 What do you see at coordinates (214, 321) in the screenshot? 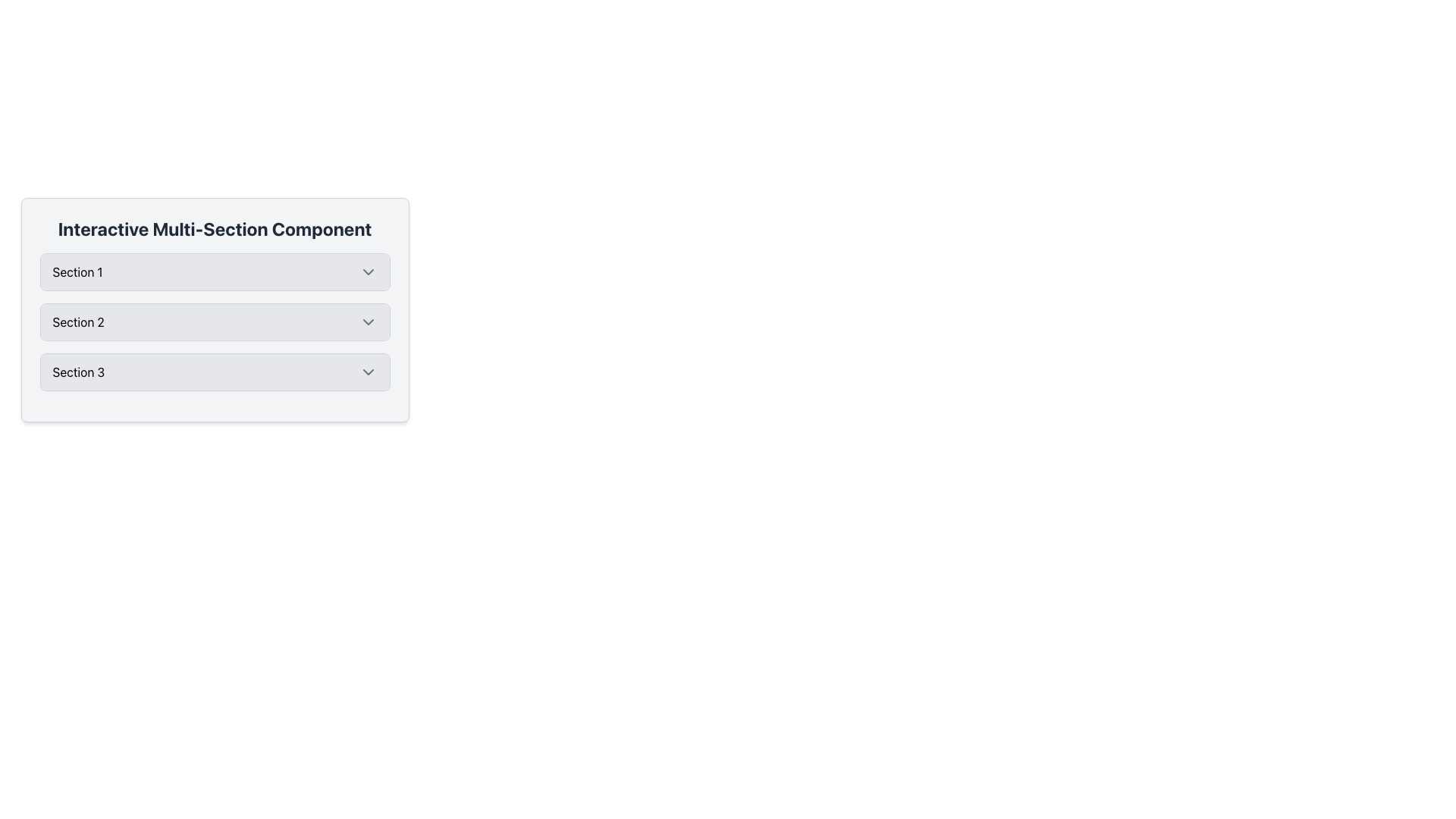
I see `and drop the Collapsible Section Header` at bounding box center [214, 321].